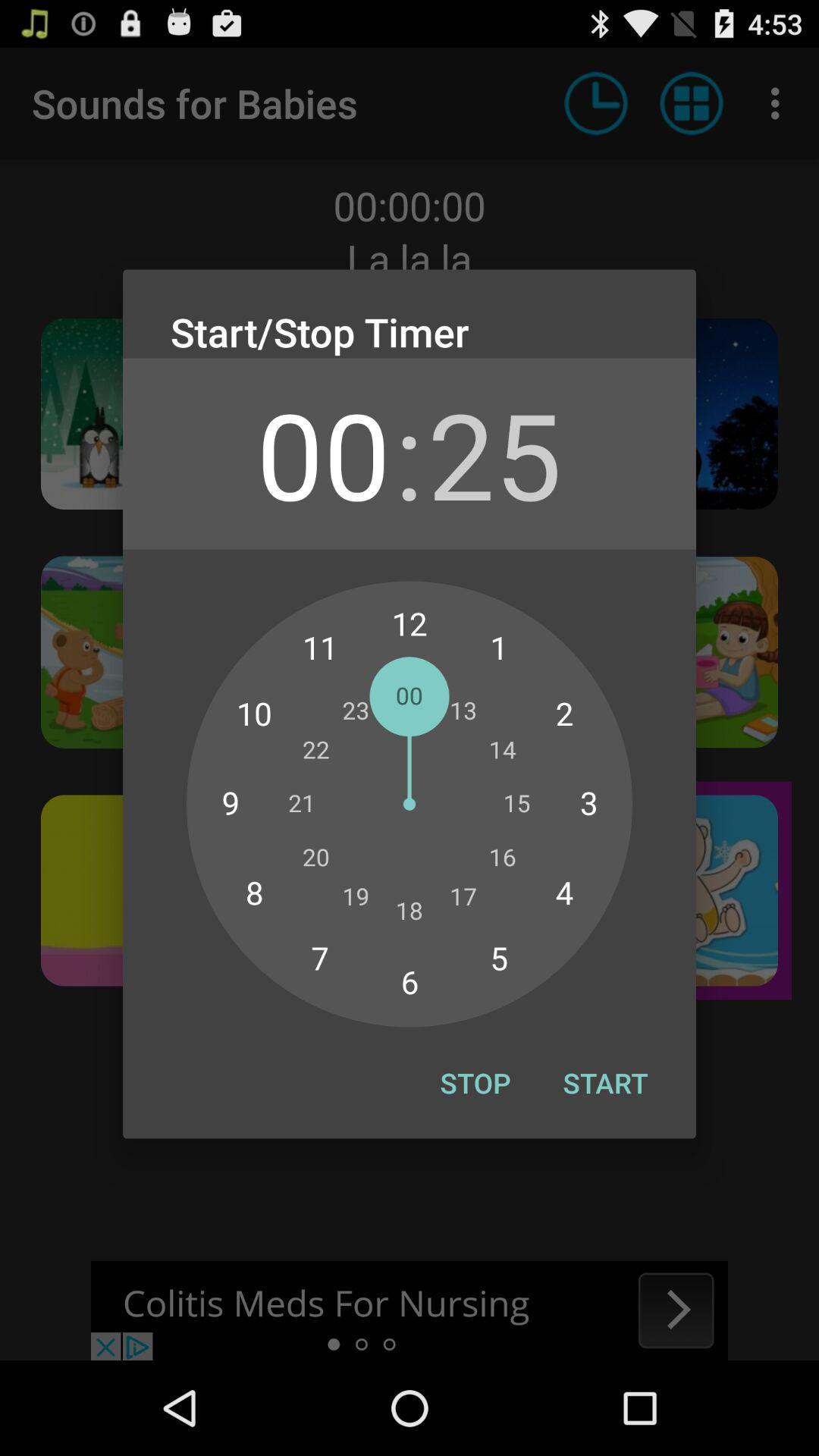 The image size is (819, 1456). Describe the element at coordinates (322, 453) in the screenshot. I see `the item below the start/stop timer item` at that location.